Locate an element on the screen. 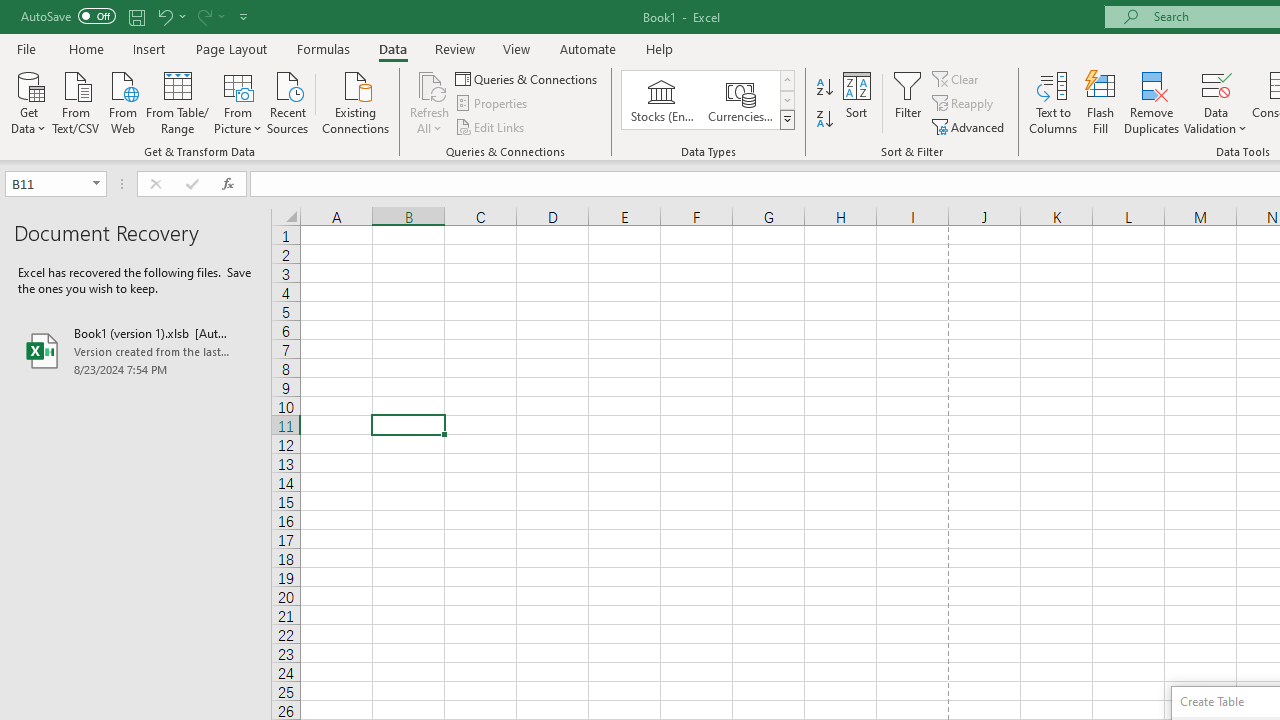 The image size is (1280, 720). 'Save' is located at coordinates (135, 16).